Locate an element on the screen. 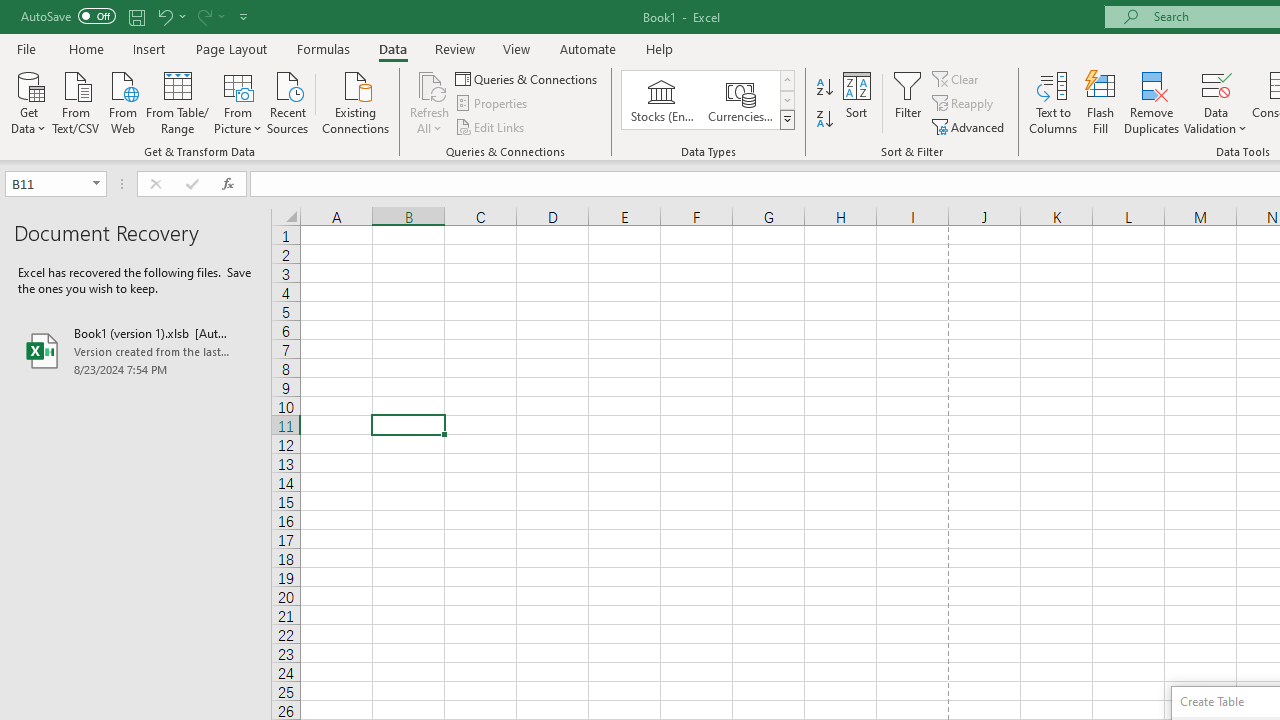 The image size is (1280, 720). 'Save' is located at coordinates (135, 16).